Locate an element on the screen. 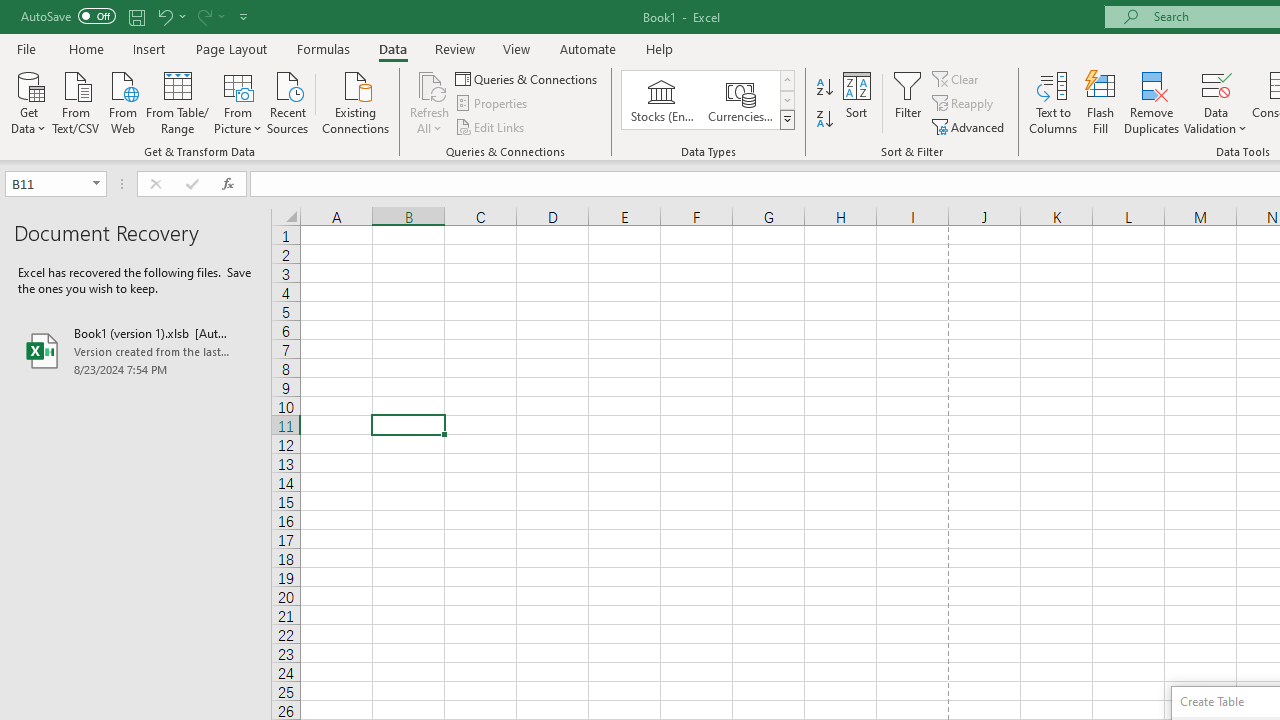 The image size is (1280, 720). 'Save' is located at coordinates (135, 16).